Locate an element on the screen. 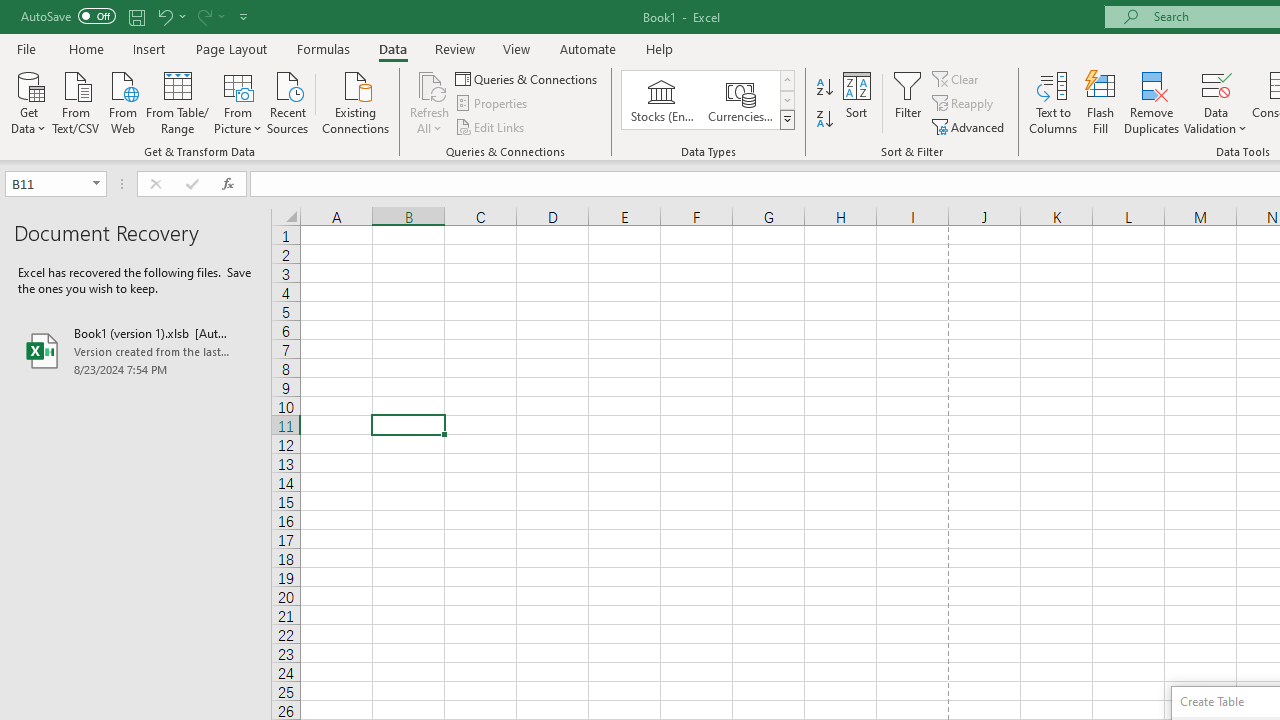 The image size is (1280, 720). 'Save' is located at coordinates (135, 16).